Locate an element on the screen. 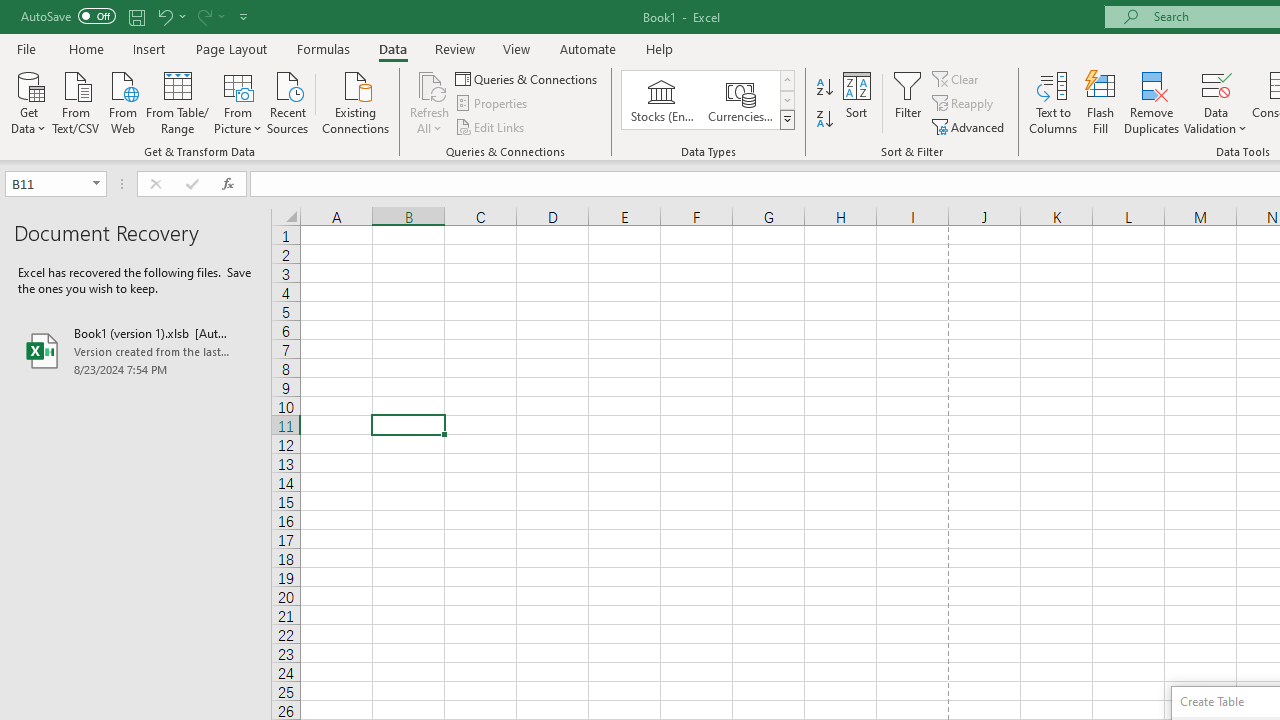 The image size is (1280, 720). 'Save' is located at coordinates (135, 16).